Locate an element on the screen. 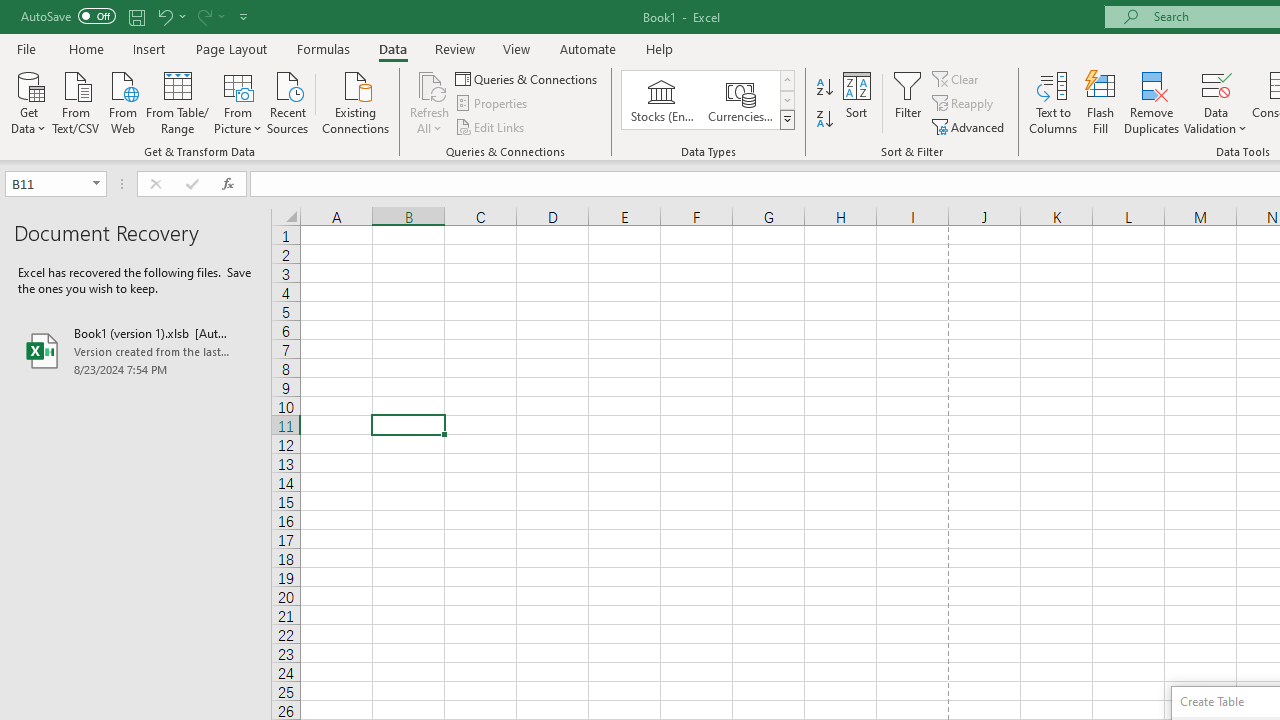 The image size is (1280, 720). 'Save' is located at coordinates (135, 16).